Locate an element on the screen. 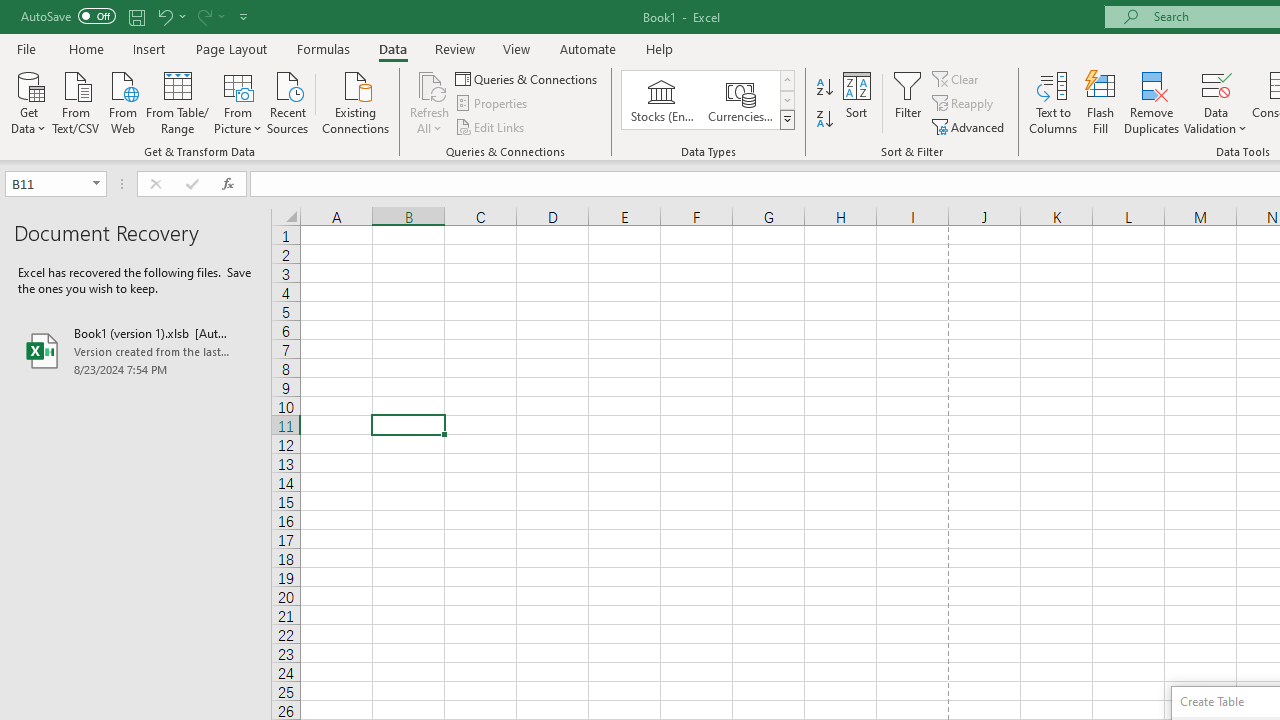 The image size is (1280, 720). 'Save' is located at coordinates (135, 16).